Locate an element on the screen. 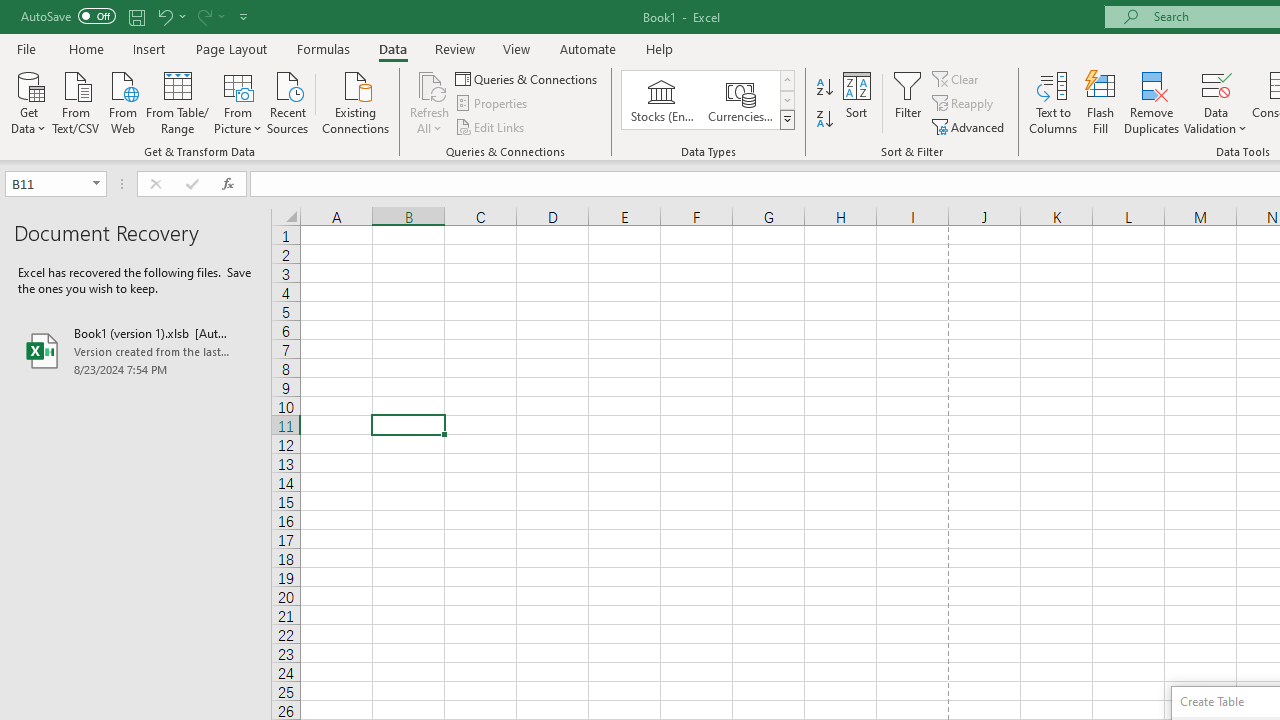 The image size is (1280, 720). 'Save' is located at coordinates (135, 16).